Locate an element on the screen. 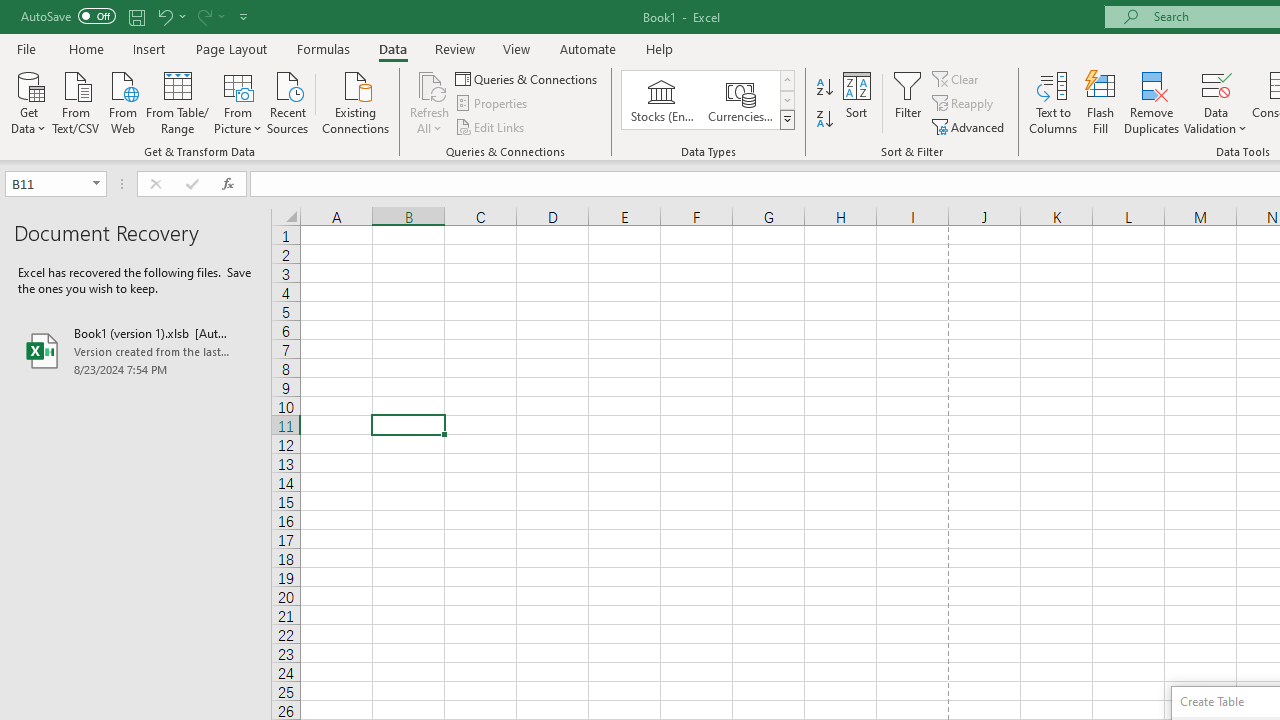 The image size is (1280, 720). 'Save' is located at coordinates (135, 16).